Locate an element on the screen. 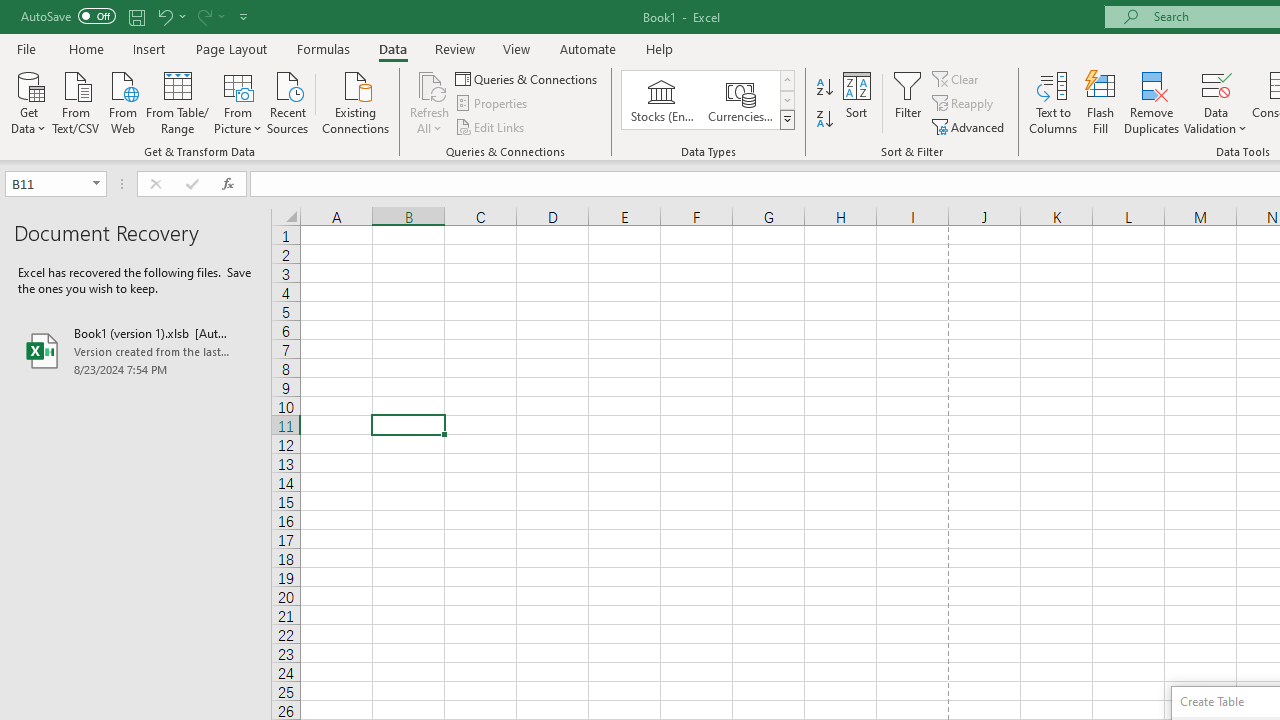 The image size is (1280, 720). 'Save' is located at coordinates (135, 16).